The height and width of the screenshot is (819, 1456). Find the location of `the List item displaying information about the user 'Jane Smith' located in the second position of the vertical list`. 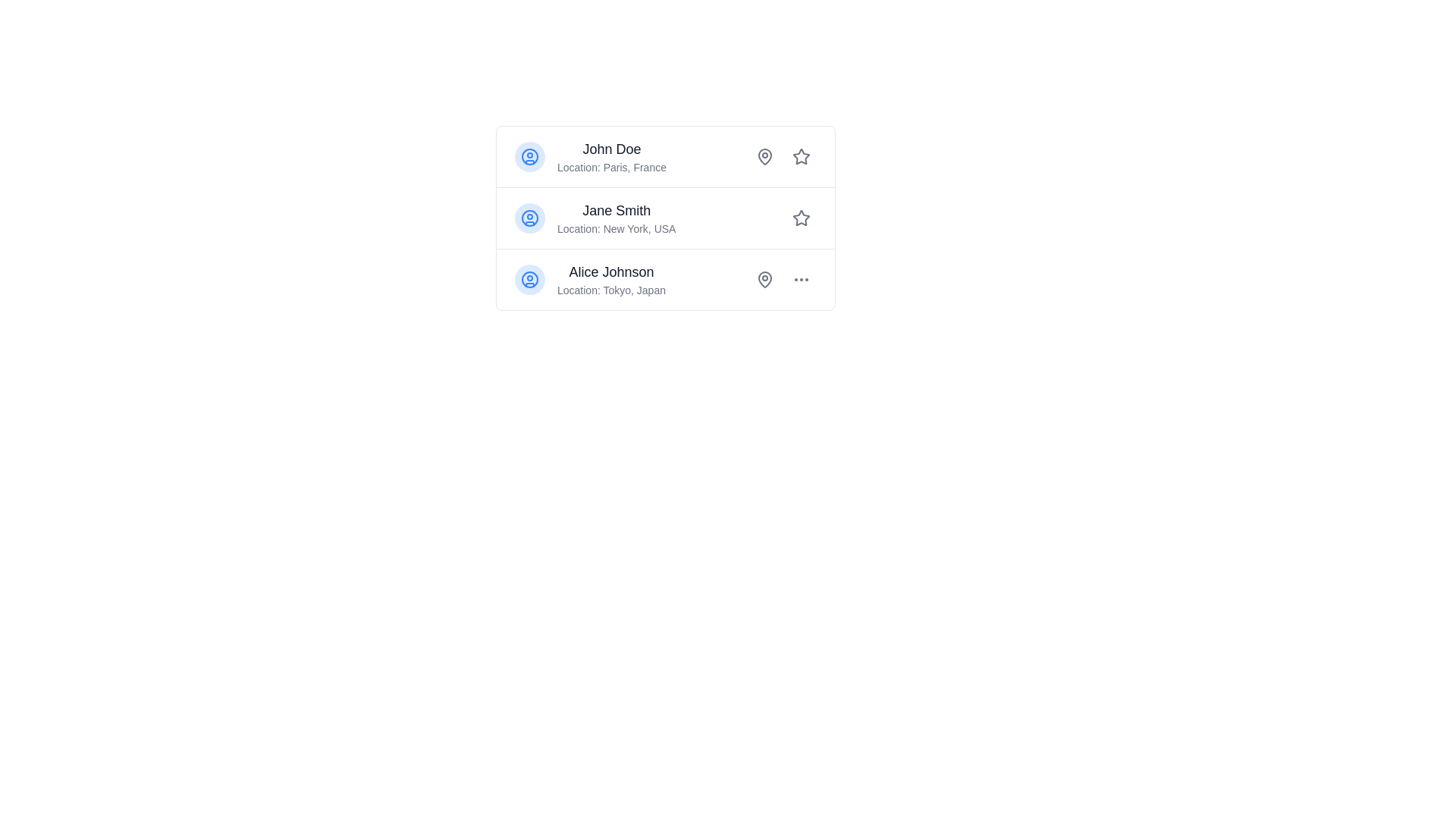

the List item displaying information about the user 'Jane Smith' located in the second position of the vertical list is located at coordinates (666, 218).